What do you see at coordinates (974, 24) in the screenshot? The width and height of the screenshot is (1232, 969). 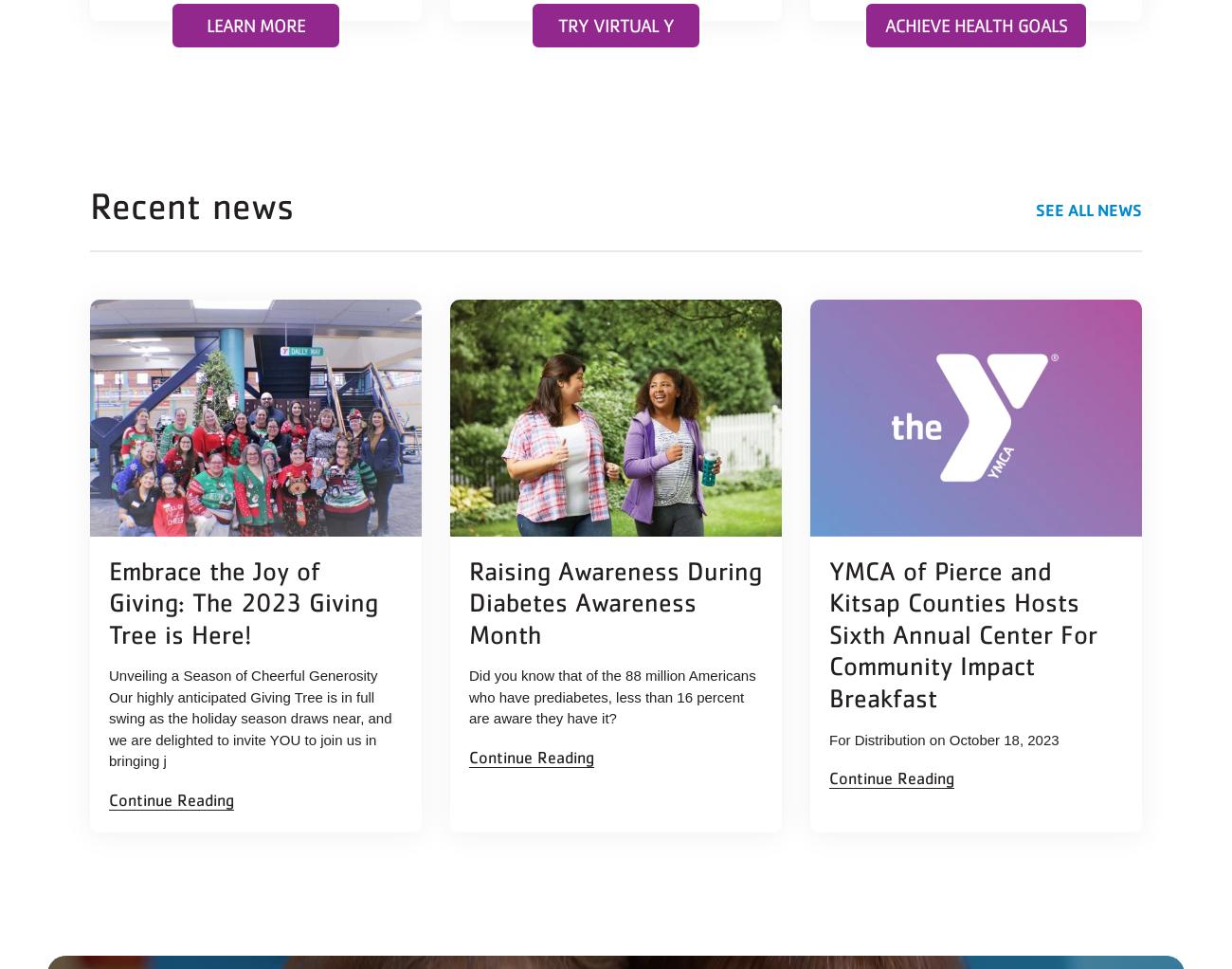 I see `'Achieve Health Goals'` at bounding box center [974, 24].